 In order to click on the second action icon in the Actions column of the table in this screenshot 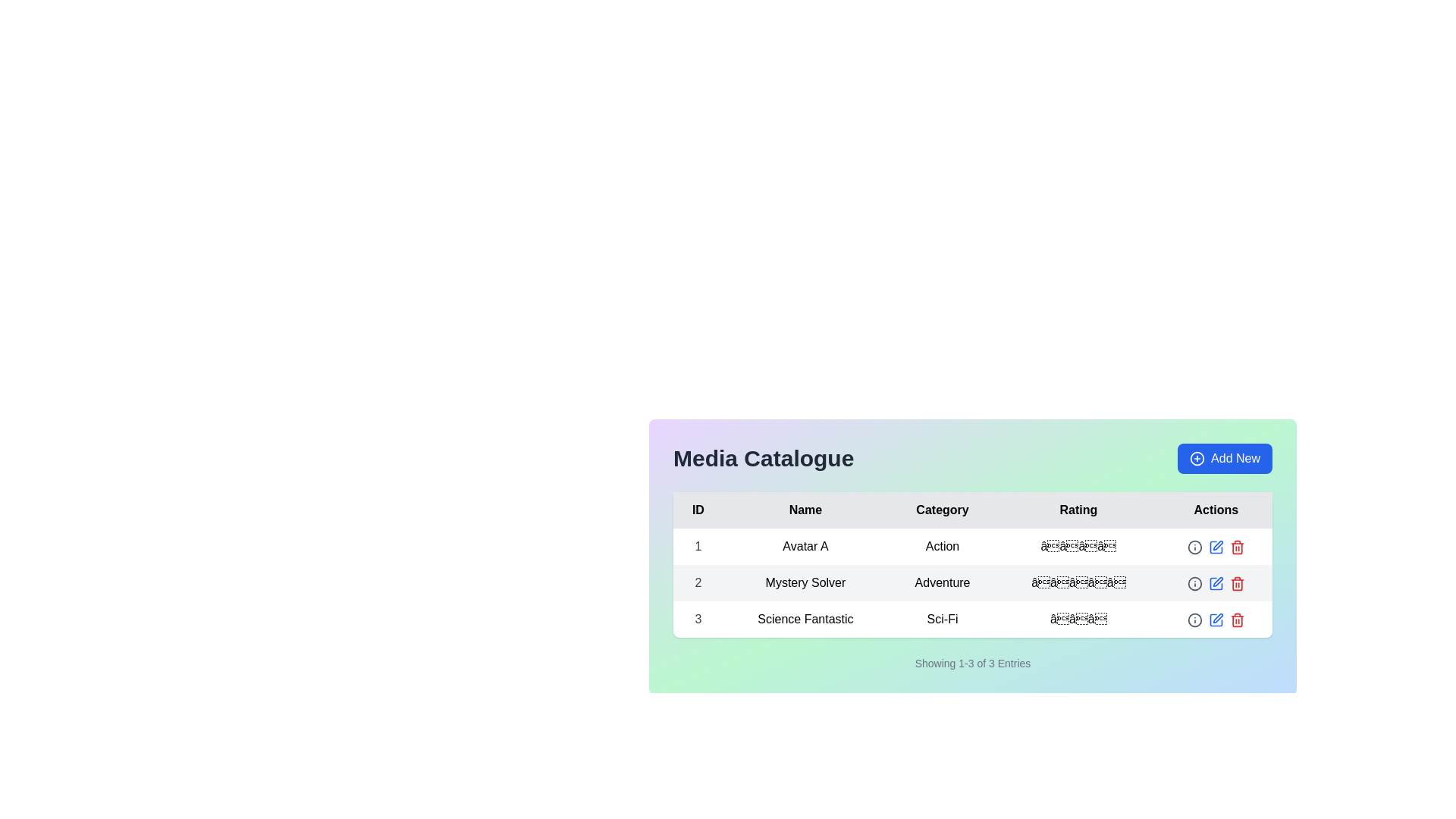, I will do `click(1218, 581)`.